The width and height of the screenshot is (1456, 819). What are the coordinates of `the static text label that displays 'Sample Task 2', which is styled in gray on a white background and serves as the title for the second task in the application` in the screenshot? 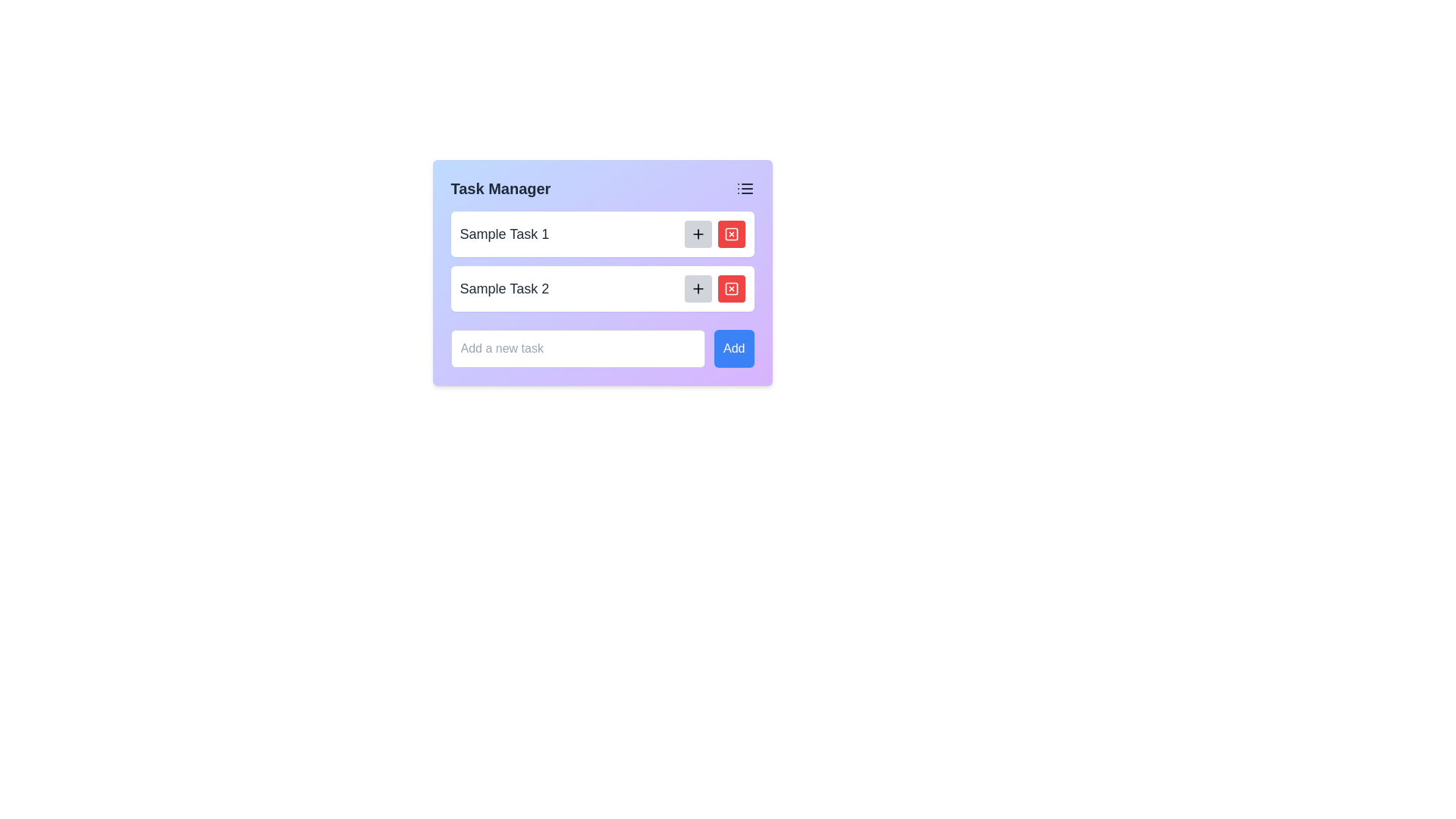 It's located at (504, 289).